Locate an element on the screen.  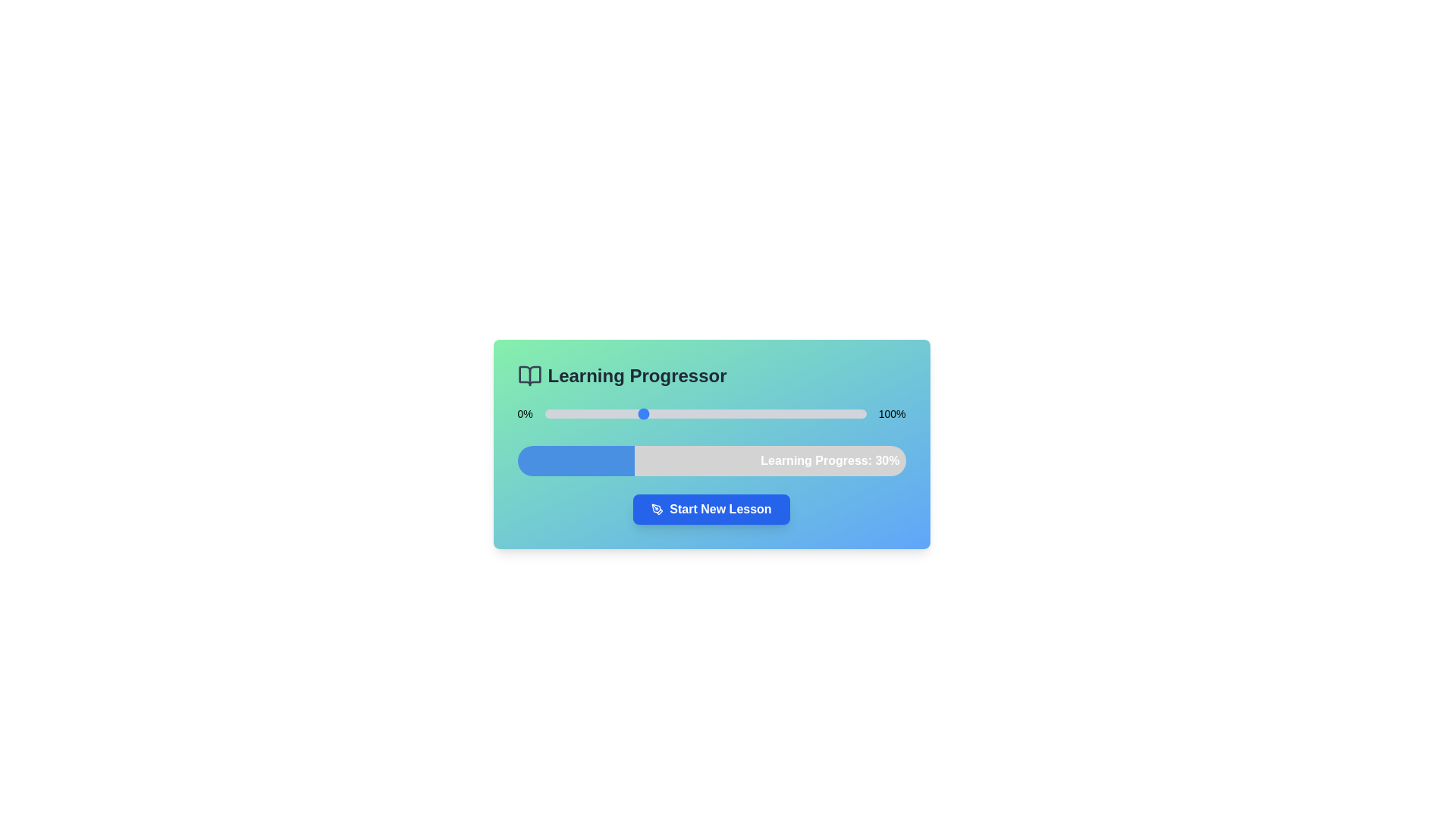
'Start New Lesson' button is located at coordinates (710, 509).